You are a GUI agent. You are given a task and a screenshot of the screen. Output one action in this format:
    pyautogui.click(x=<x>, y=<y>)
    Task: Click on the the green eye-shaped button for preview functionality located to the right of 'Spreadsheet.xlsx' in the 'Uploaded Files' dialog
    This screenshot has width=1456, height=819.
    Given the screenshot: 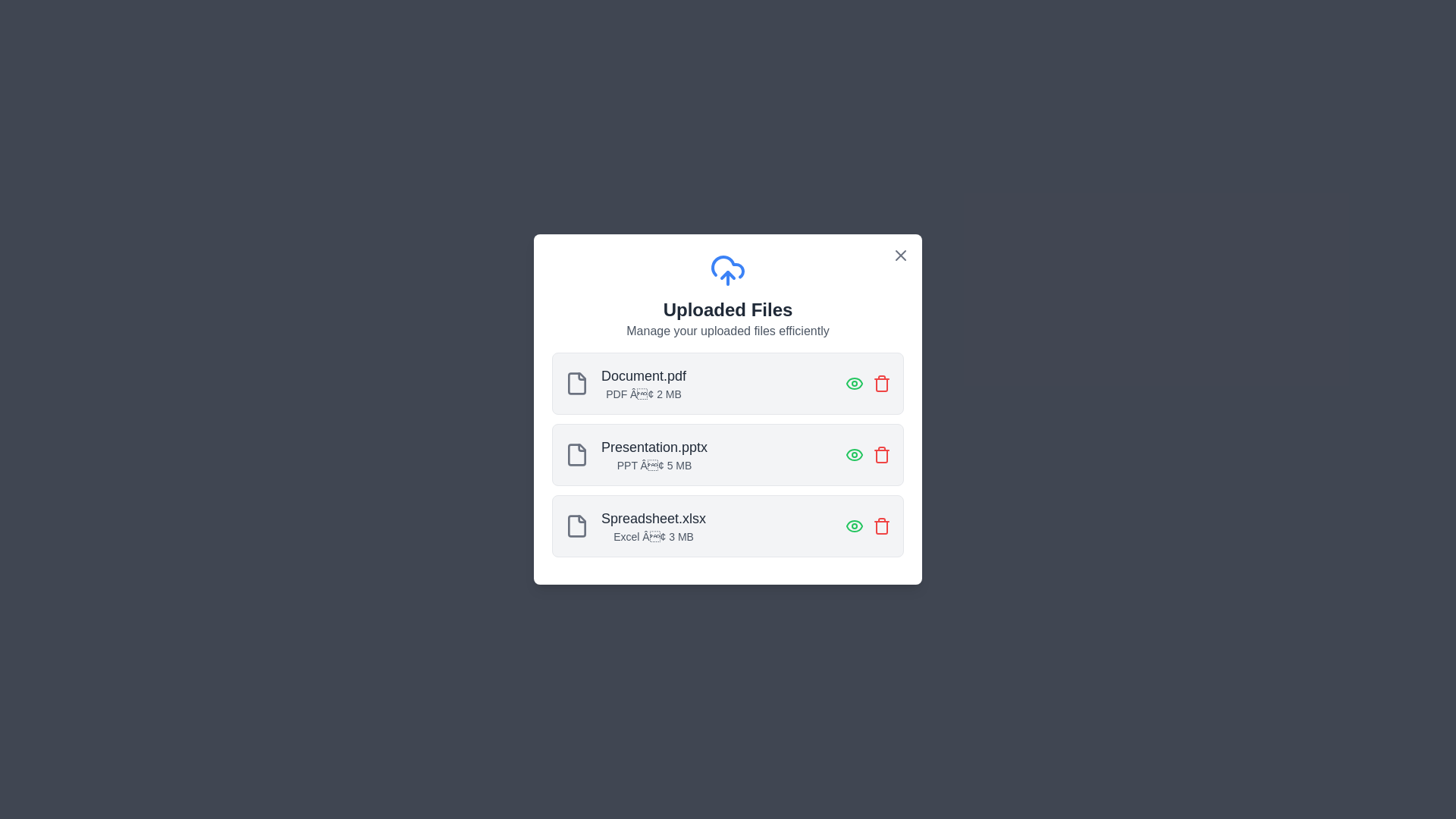 What is the action you would take?
    pyautogui.click(x=855, y=526)
    